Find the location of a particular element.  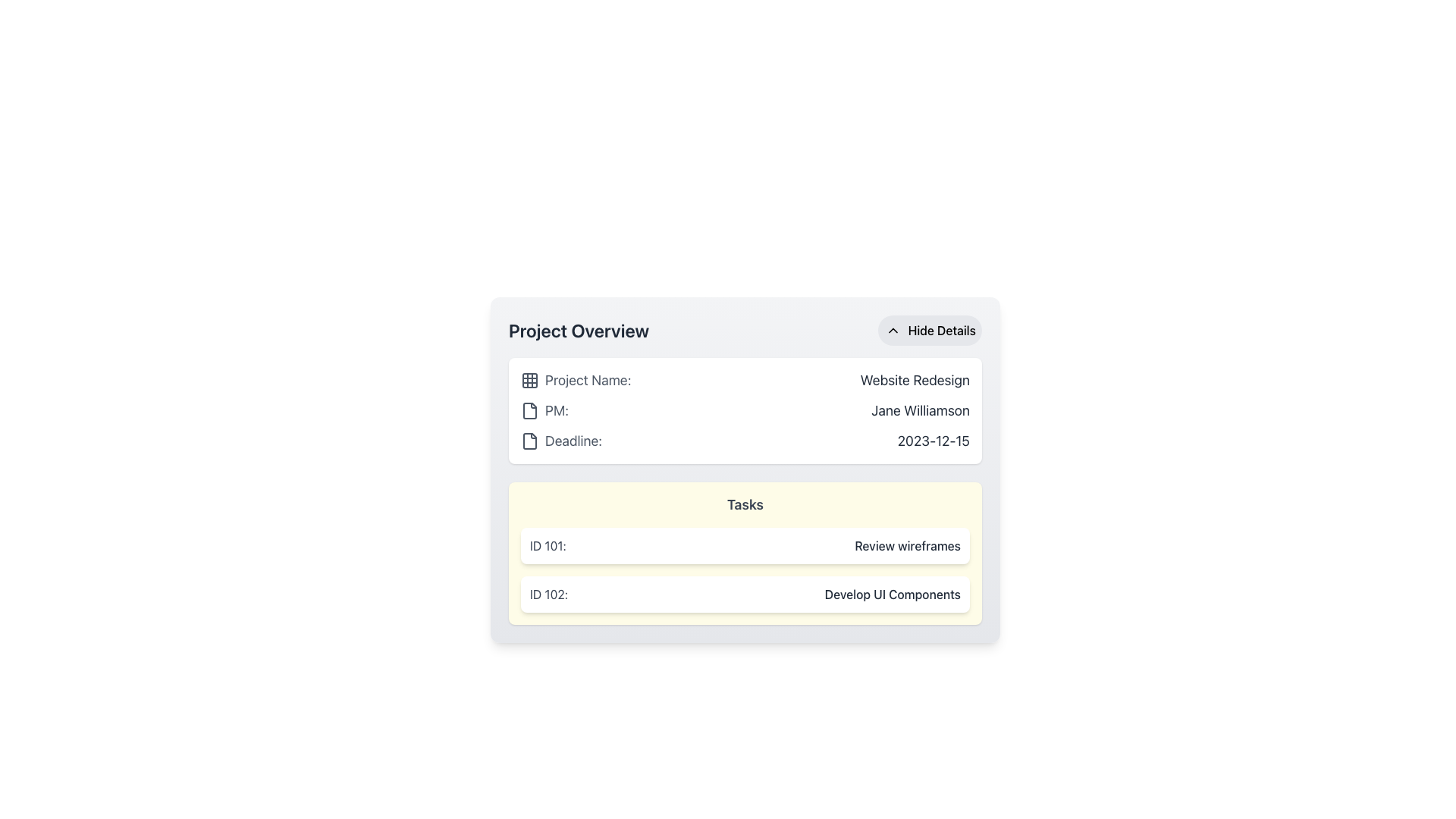

the Text Label displaying the project manager's name located in the 'Project Overview' card next to the 'PM:' label is located at coordinates (920, 411).